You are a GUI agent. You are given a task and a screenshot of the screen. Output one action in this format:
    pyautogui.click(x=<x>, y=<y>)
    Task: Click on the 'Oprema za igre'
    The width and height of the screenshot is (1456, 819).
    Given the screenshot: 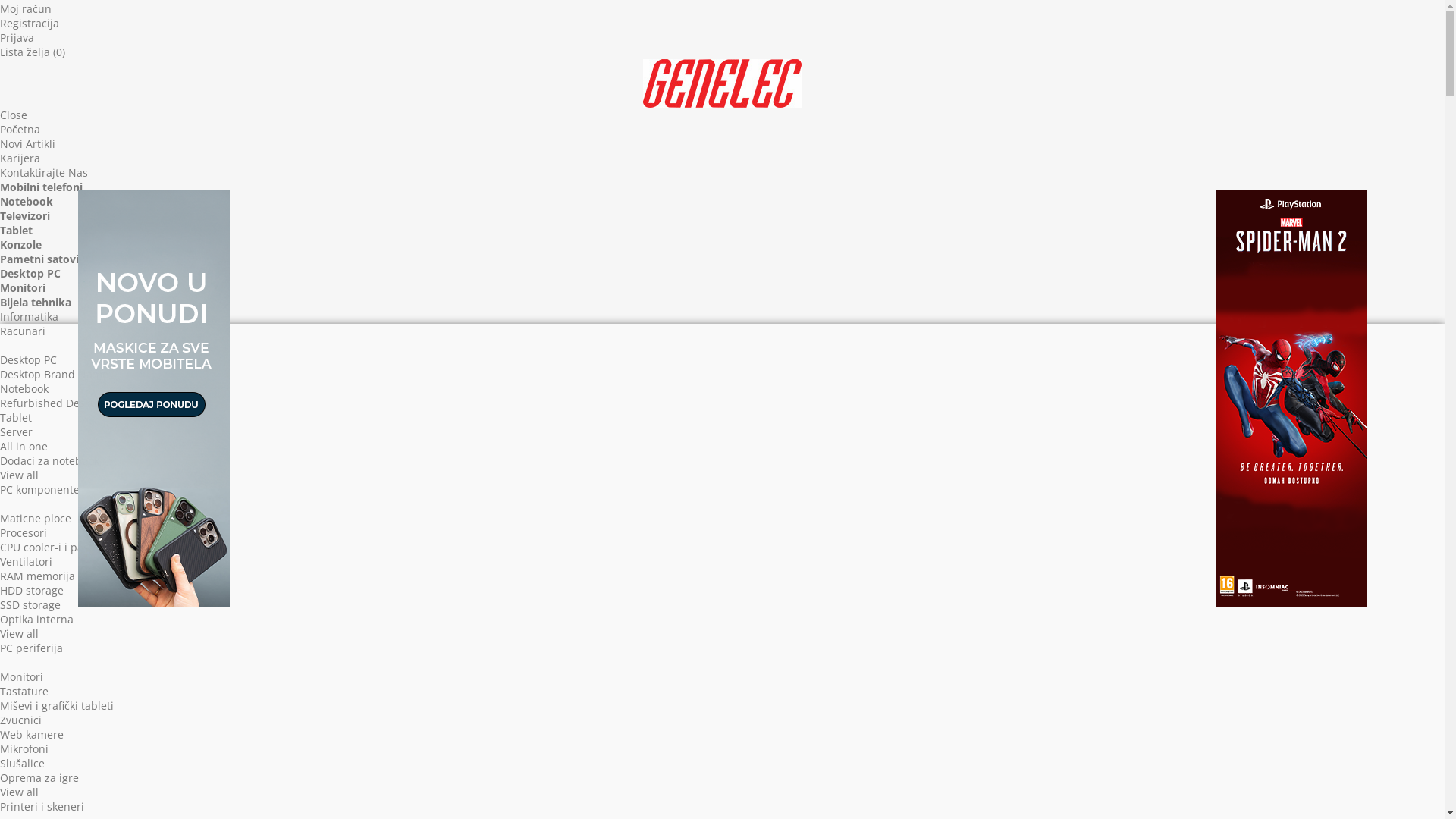 What is the action you would take?
    pyautogui.click(x=39, y=777)
    